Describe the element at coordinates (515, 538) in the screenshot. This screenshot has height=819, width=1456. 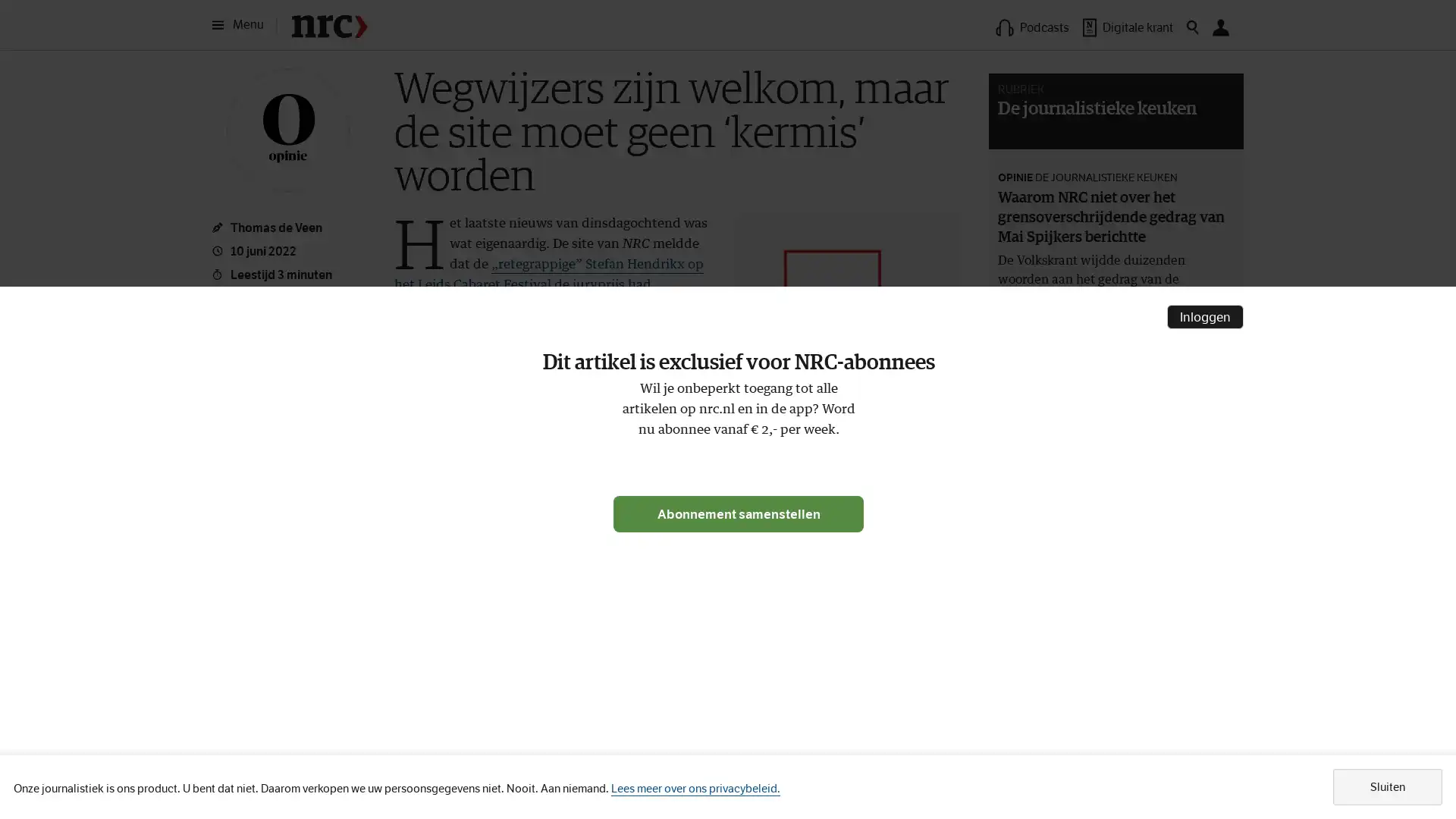
I see `Artikel delen` at that location.